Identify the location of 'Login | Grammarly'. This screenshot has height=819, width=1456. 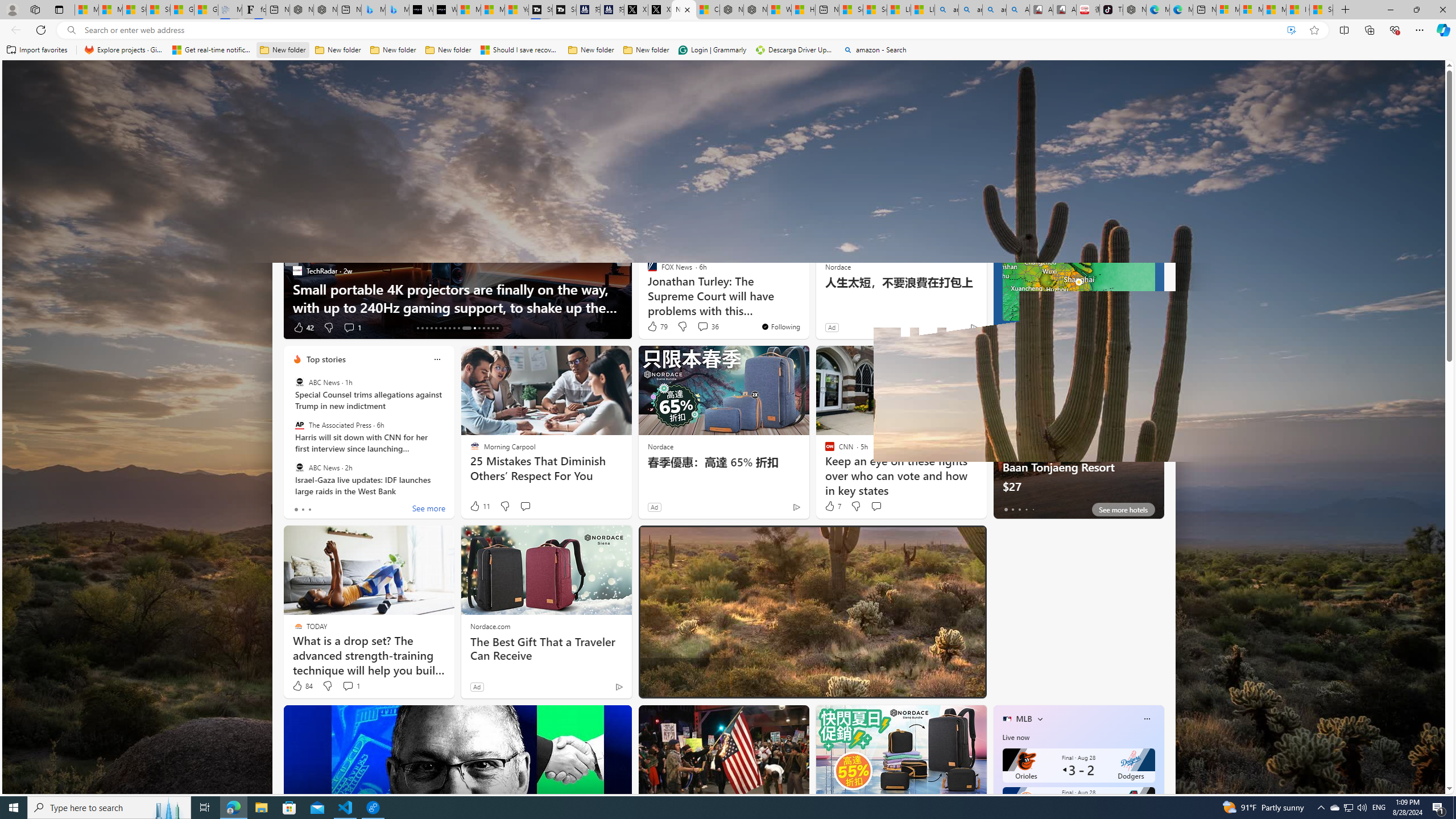
(712, 49).